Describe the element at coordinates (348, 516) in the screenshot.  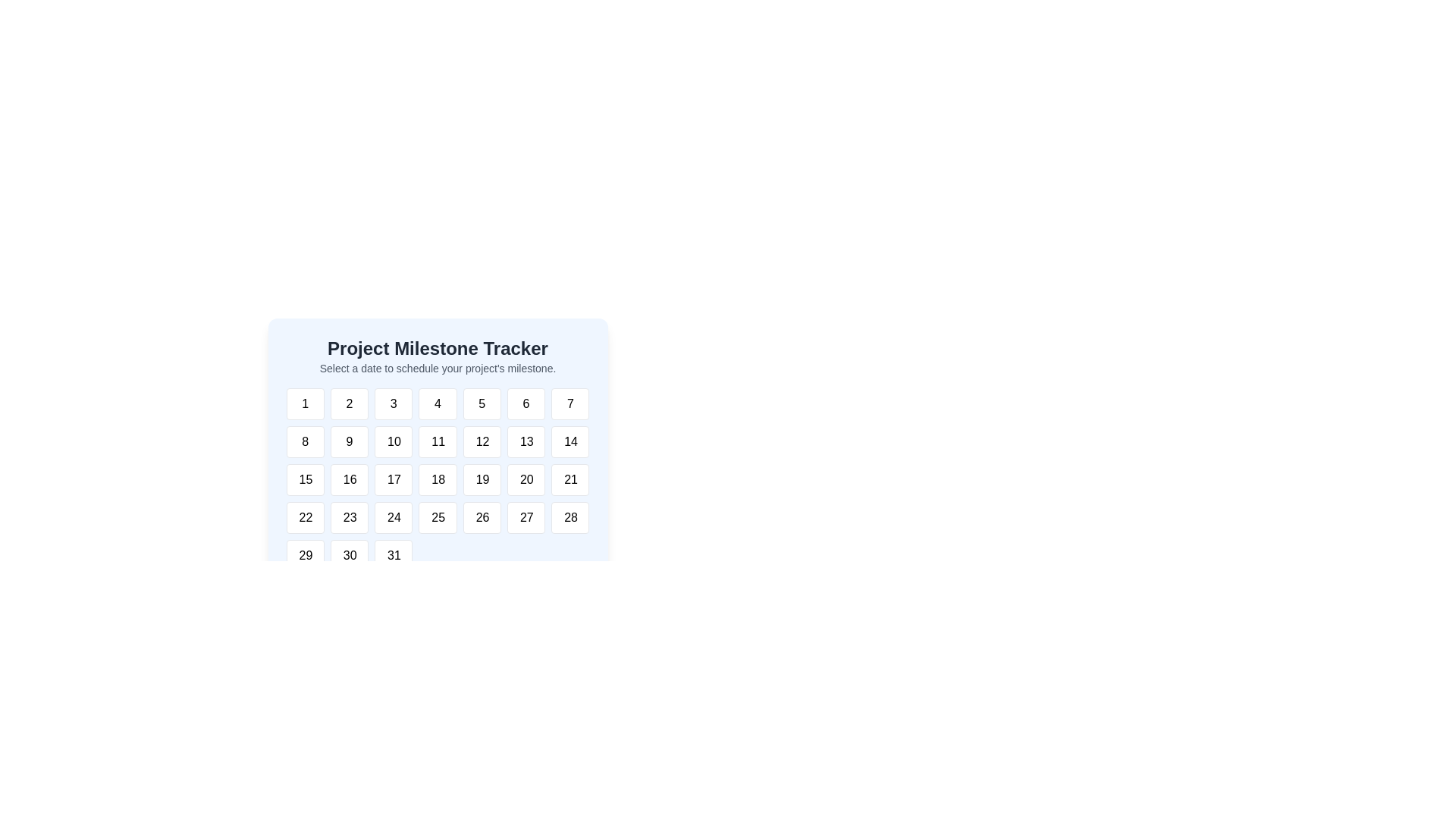
I see `the button that allows the user to select the number 23 in the Project Milestone Tracker interface, located in the fourth row, second column of the grid` at that location.